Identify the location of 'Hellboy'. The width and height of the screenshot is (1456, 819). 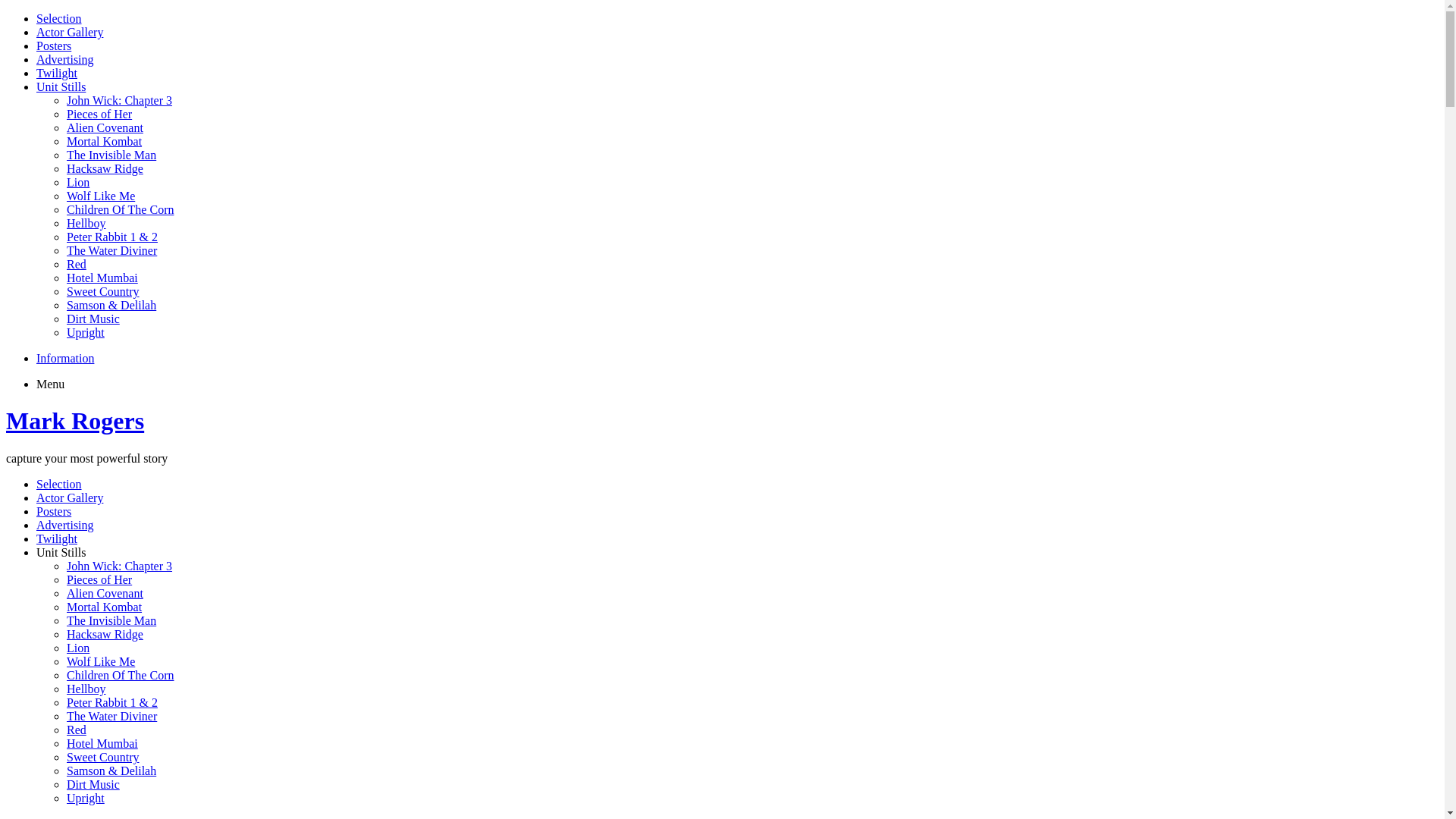
(86, 689).